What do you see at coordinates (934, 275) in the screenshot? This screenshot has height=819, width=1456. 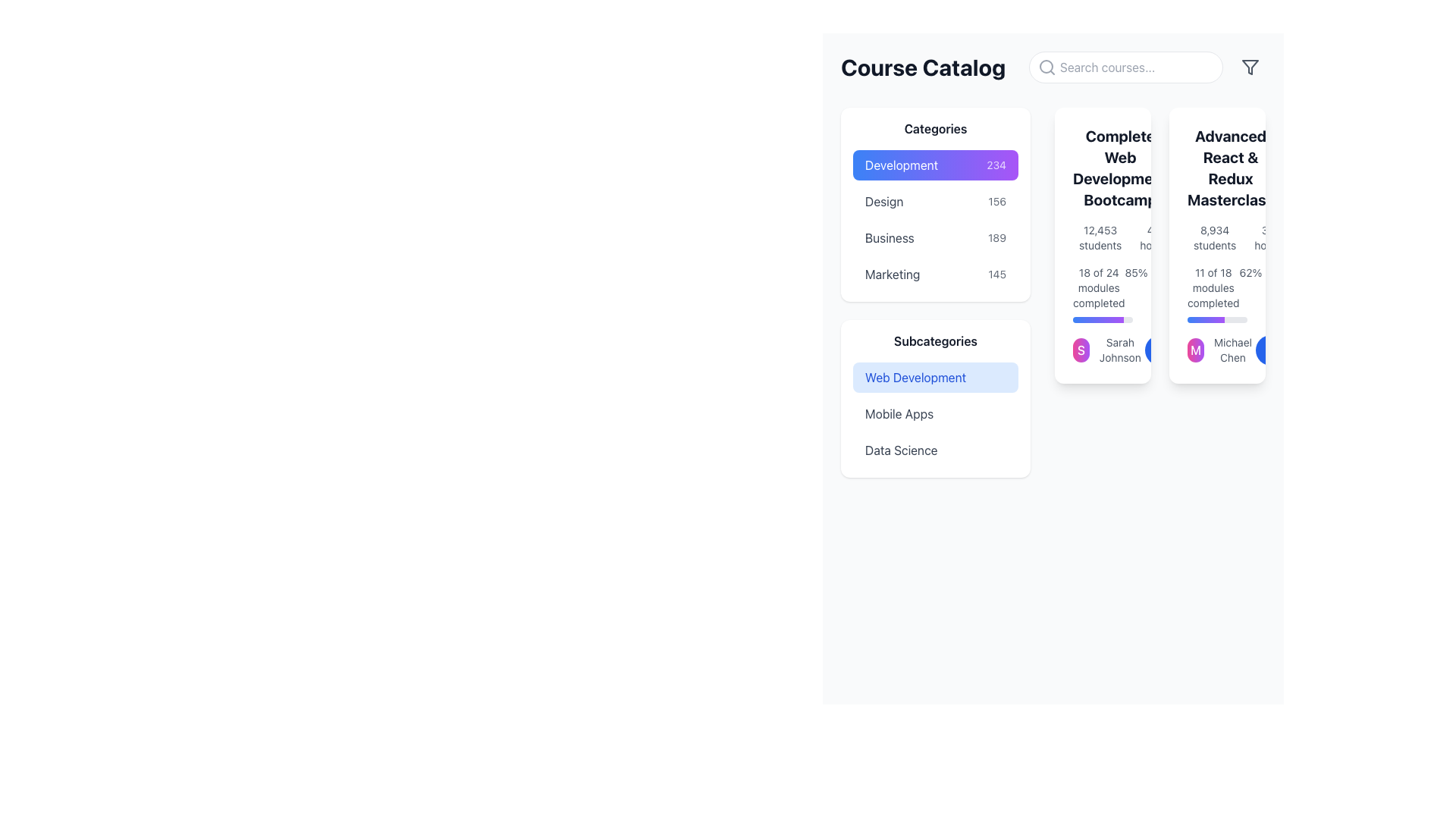 I see `the 'Marketing' button in the Categories list` at bounding box center [934, 275].